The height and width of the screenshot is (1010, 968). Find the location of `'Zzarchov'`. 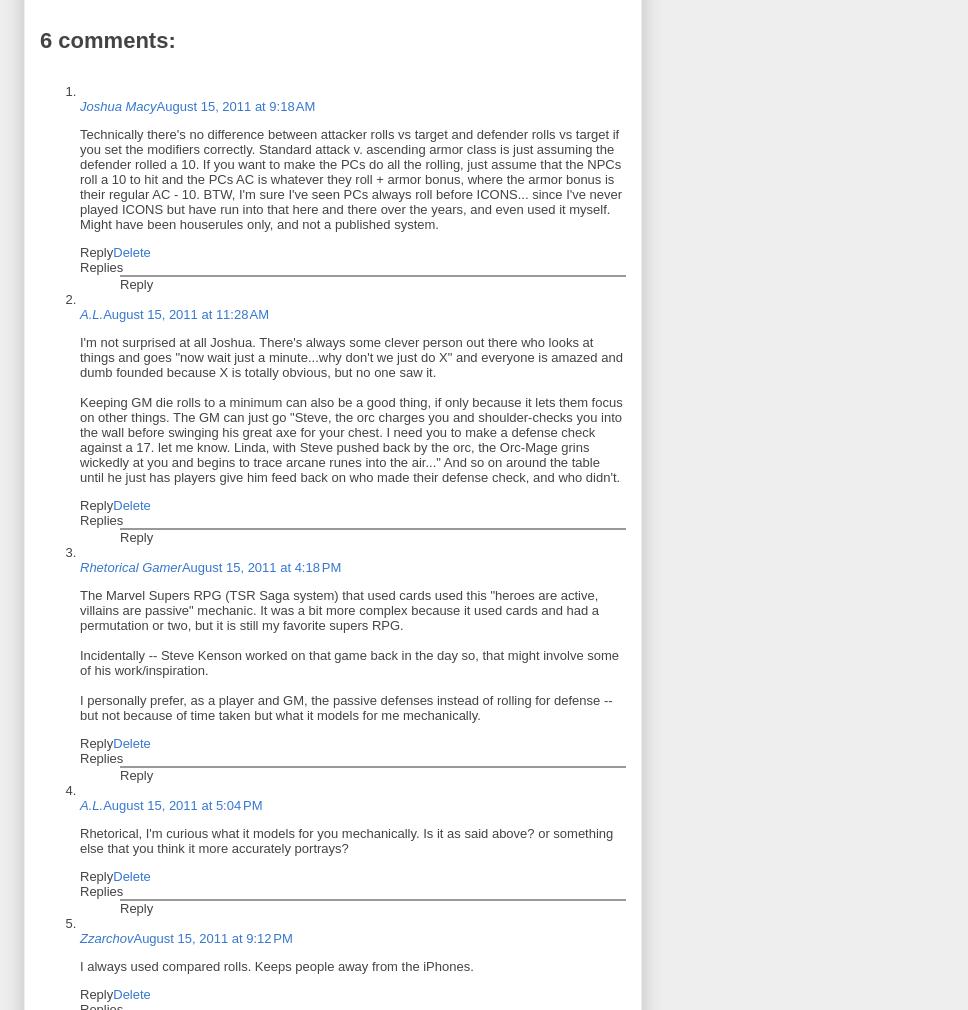

'Zzarchov' is located at coordinates (106, 937).